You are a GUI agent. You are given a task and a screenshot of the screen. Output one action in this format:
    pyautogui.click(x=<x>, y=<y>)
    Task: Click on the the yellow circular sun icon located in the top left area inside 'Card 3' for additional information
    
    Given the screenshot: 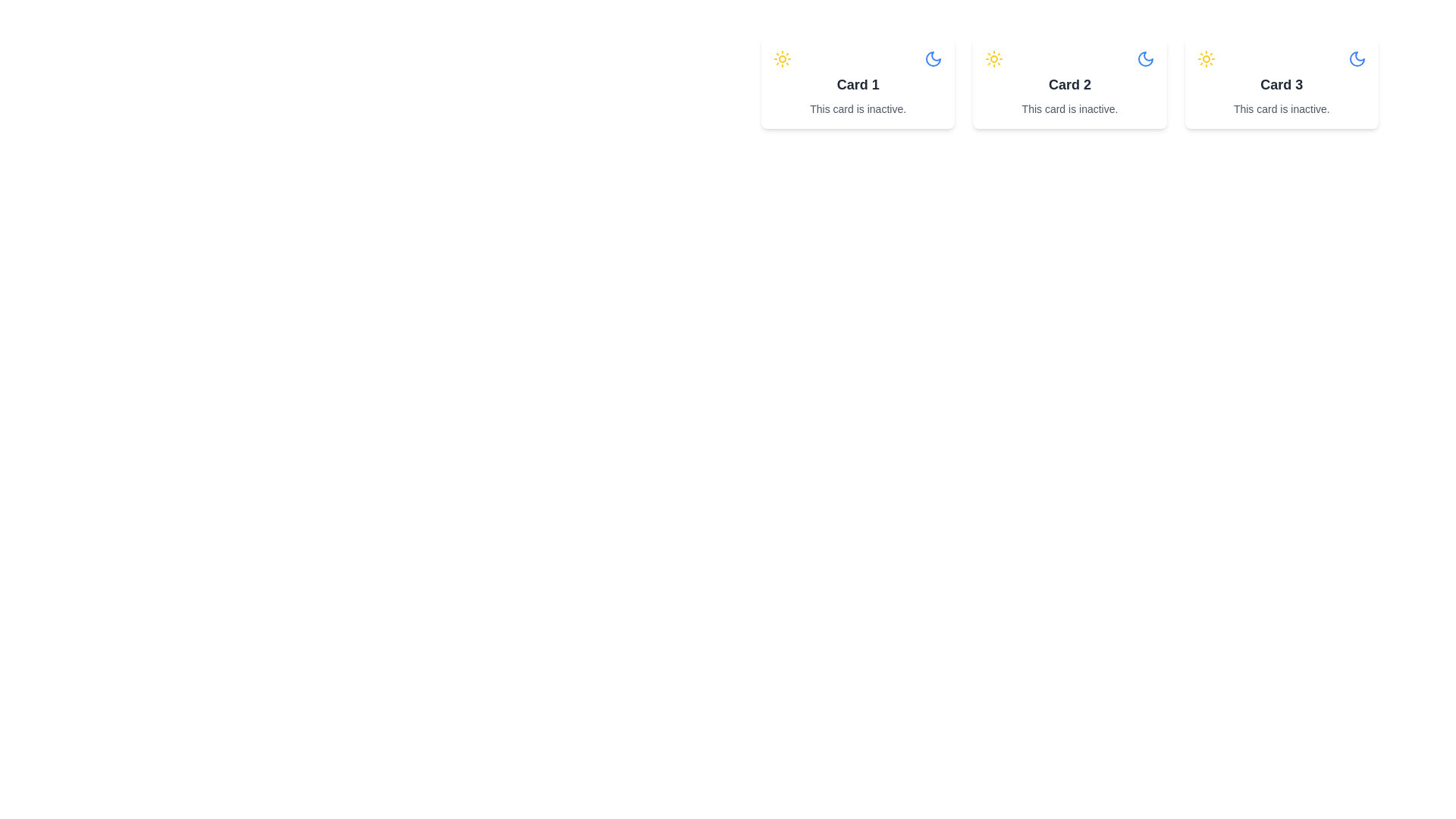 What is the action you would take?
    pyautogui.click(x=1205, y=58)
    